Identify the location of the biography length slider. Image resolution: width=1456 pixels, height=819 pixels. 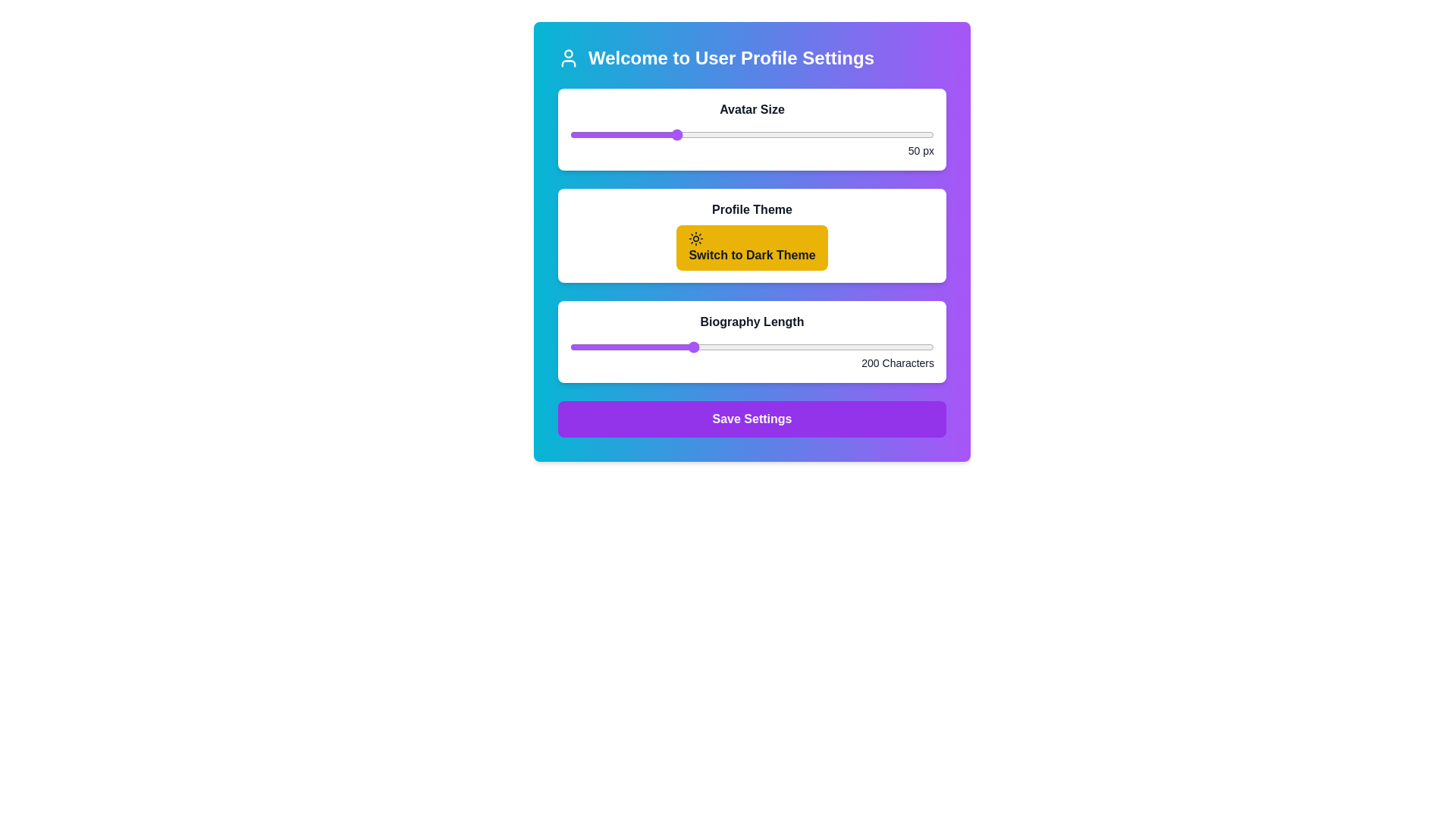
(642, 347).